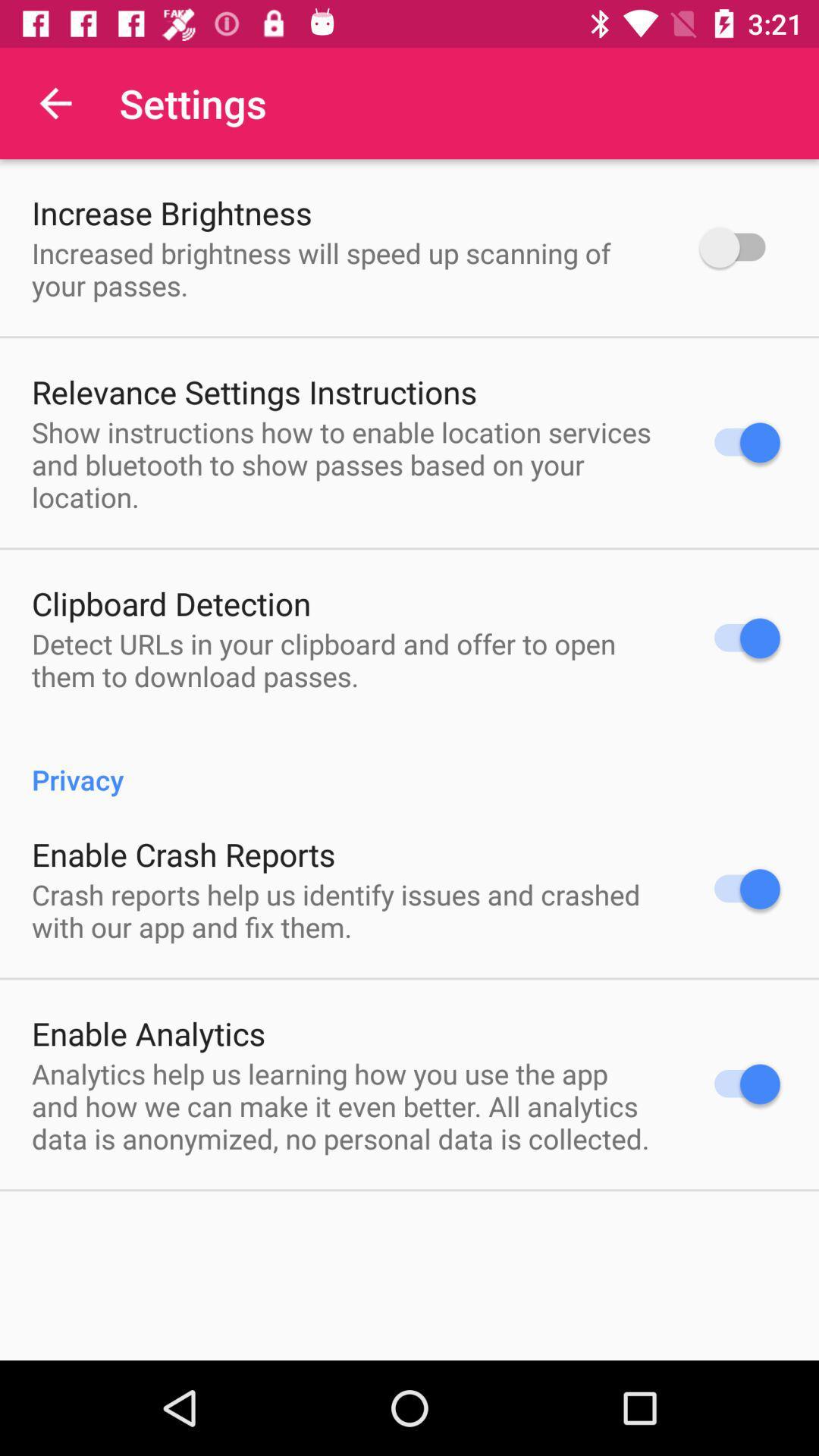 Image resolution: width=819 pixels, height=1456 pixels. I want to click on the enable analytics item, so click(149, 1032).